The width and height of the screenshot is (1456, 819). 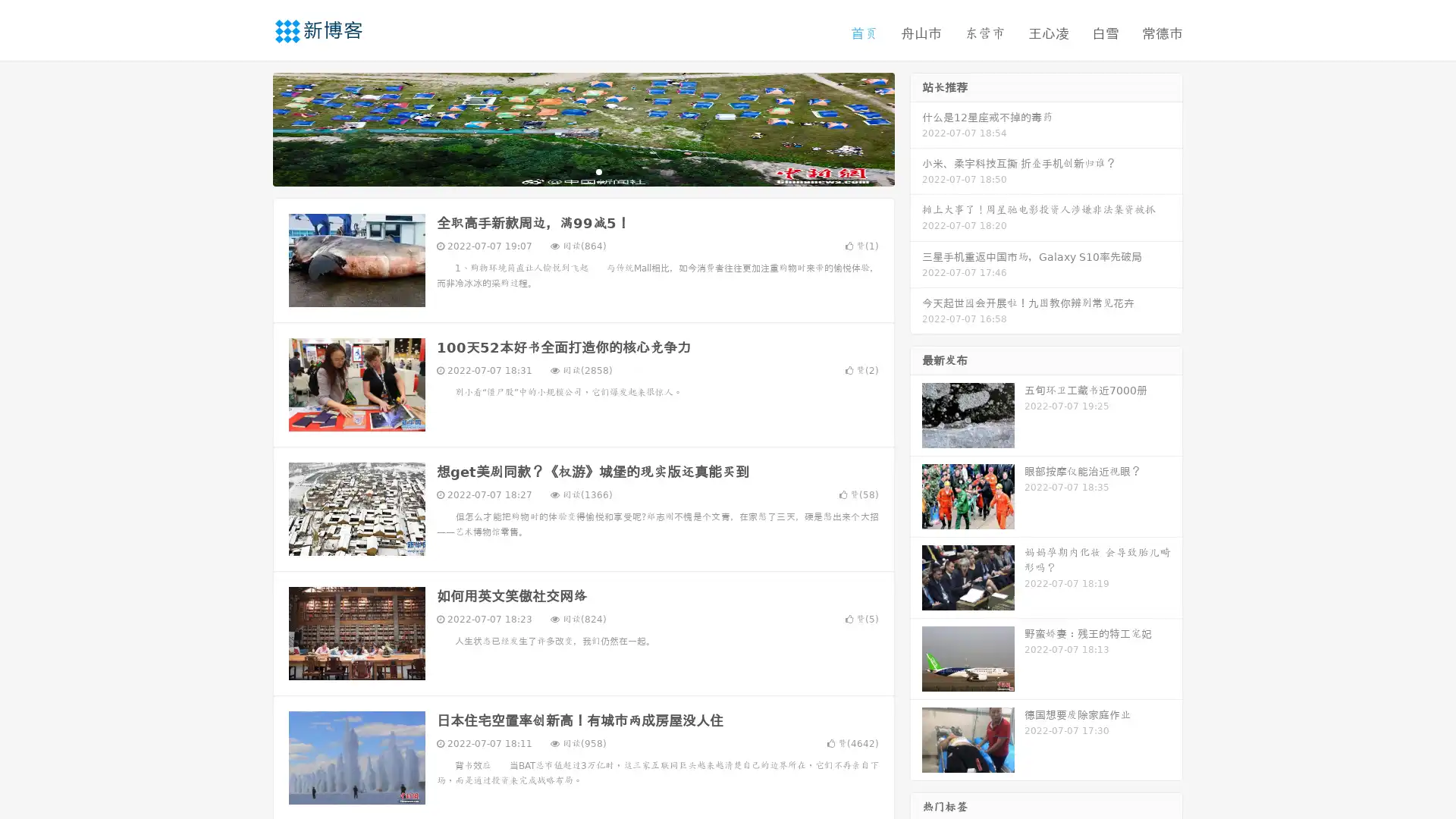 I want to click on Go to slide 2, so click(x=582, y=171).